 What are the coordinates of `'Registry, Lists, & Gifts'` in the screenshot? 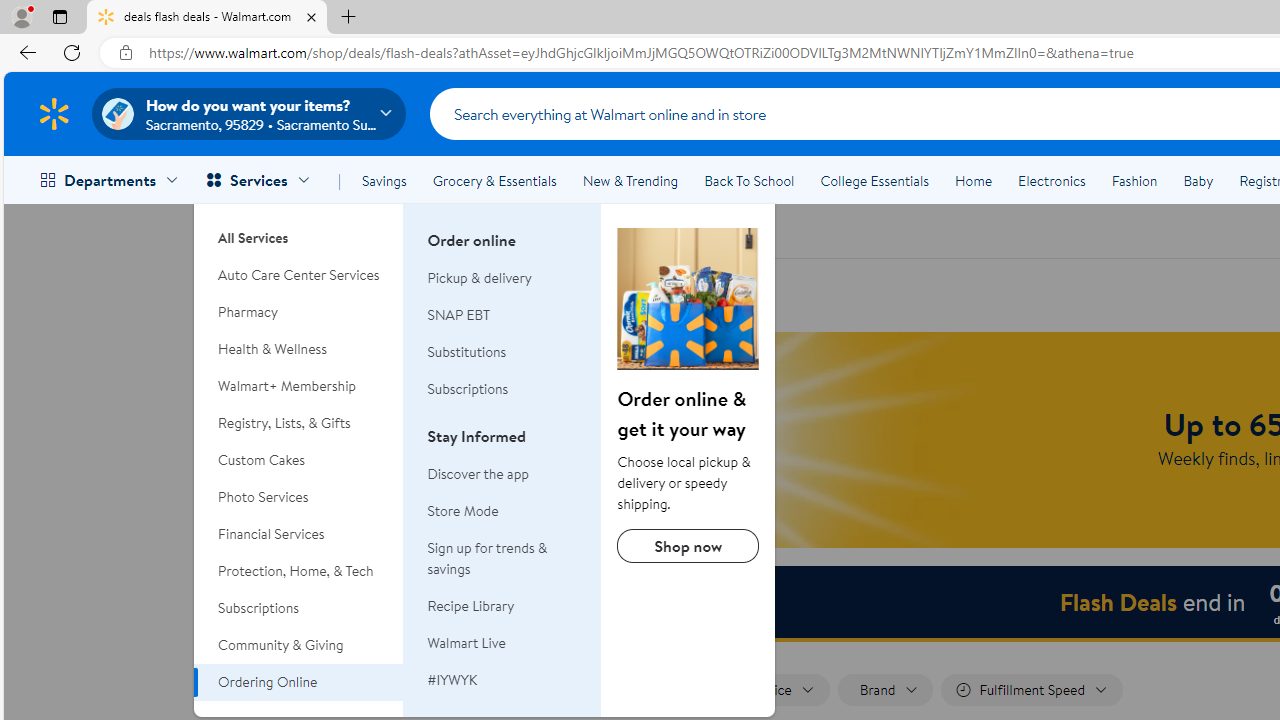 It's located at (298, 422).